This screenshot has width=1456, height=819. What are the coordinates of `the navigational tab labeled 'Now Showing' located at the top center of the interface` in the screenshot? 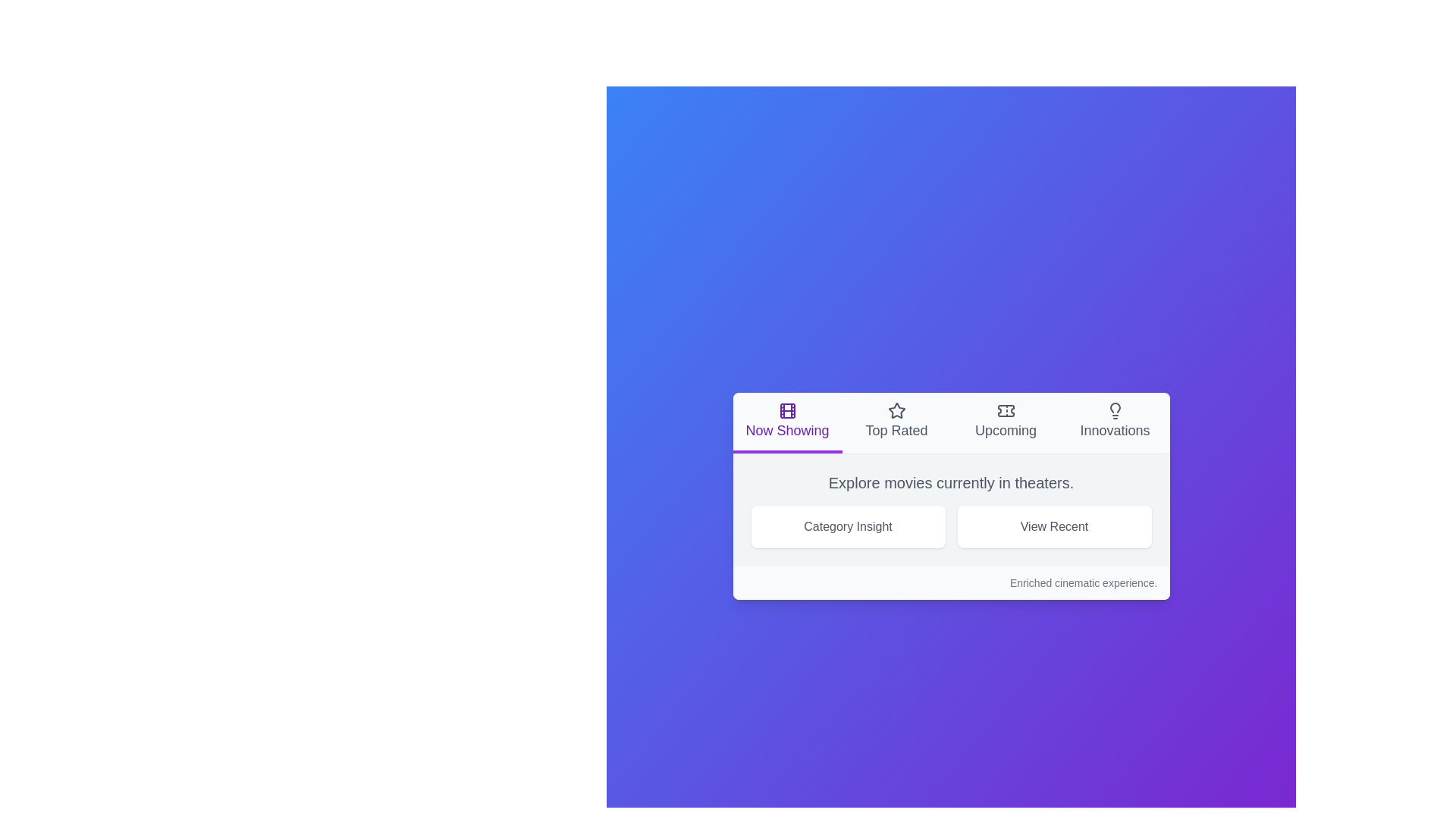 It's located at (787, 421).